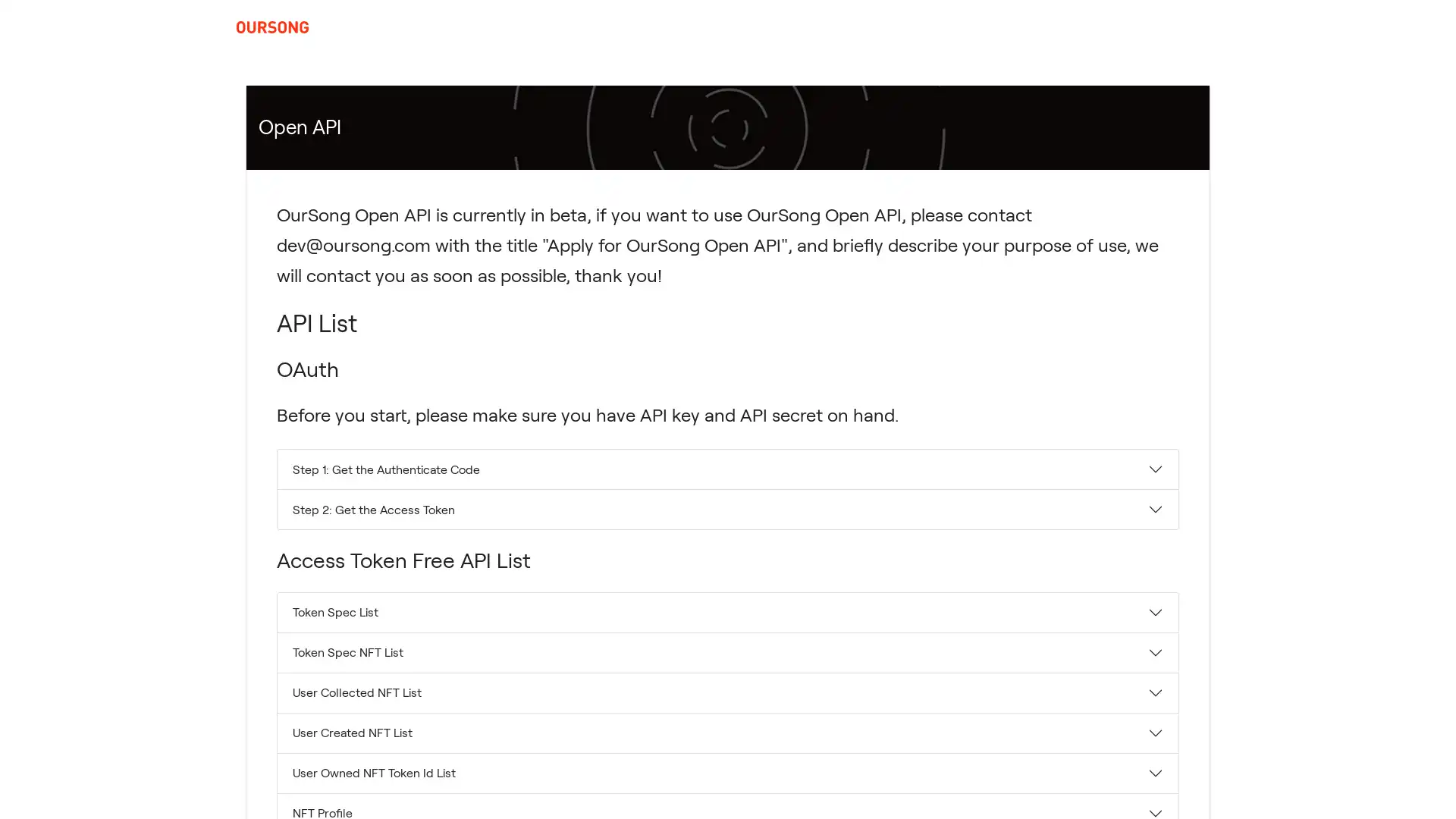  Describe the element at coordinates (728, 610) in the screenshot. I see `Token Spec List` at that location.